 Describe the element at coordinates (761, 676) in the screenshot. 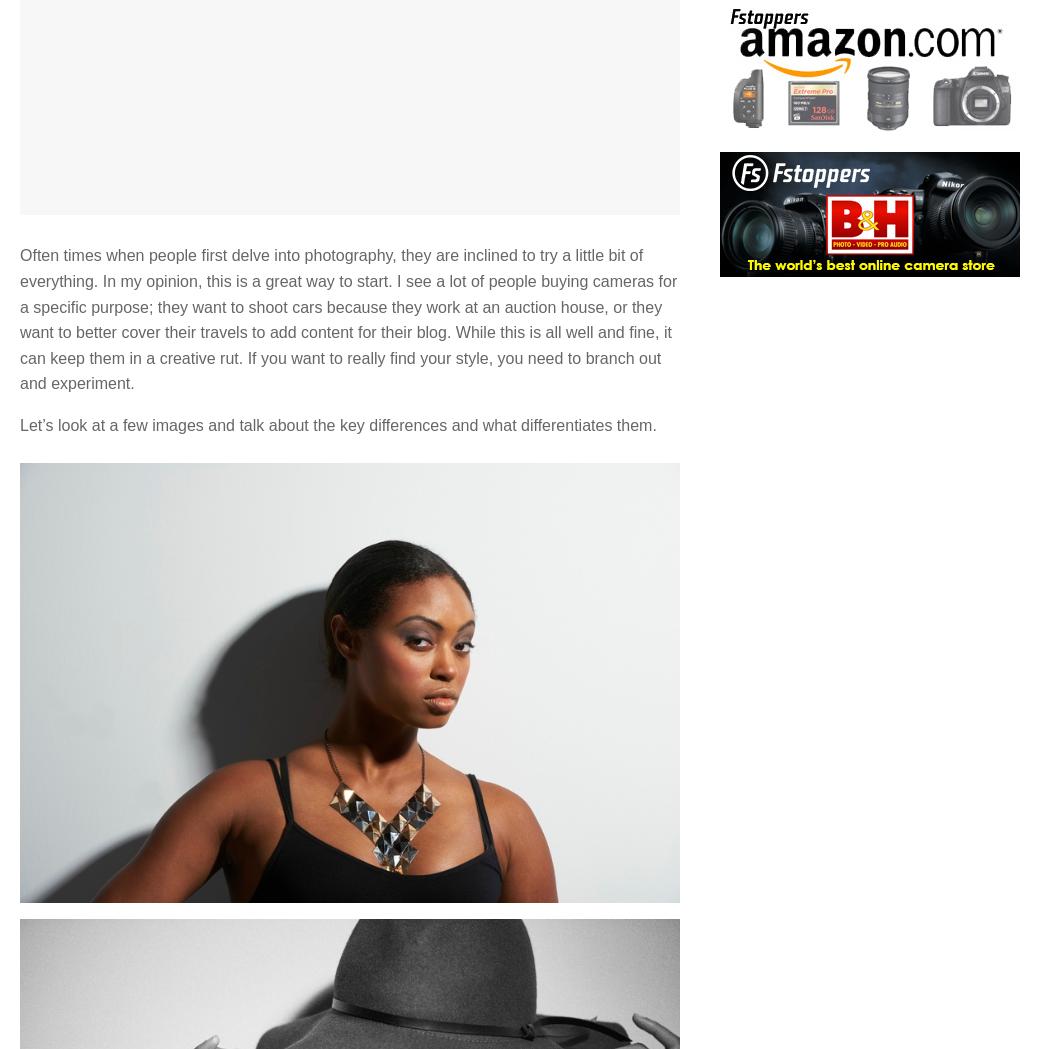

I see `'Contact Us'` at that location.